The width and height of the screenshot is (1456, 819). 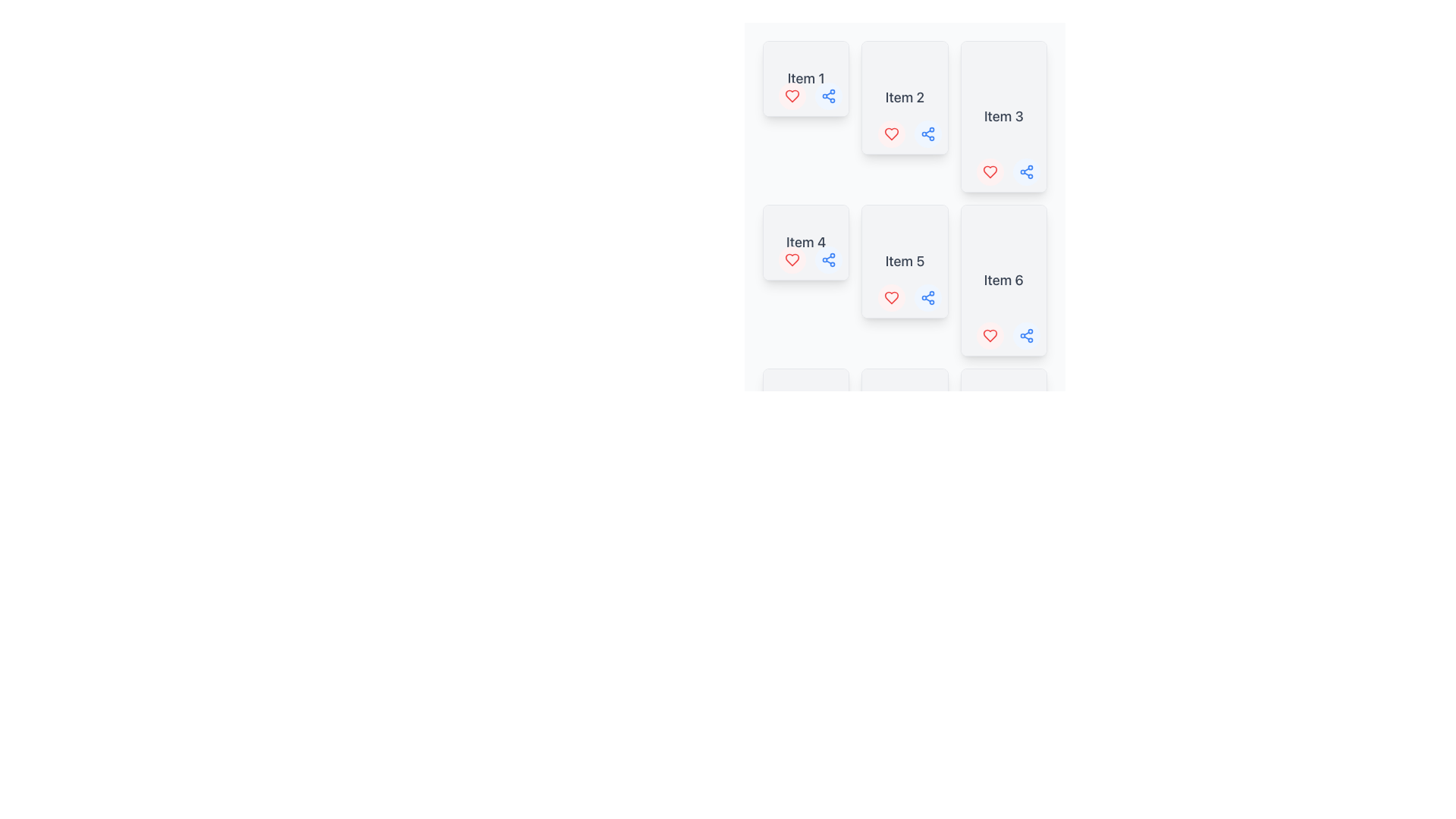 I want to click on the small circular button with a red heart icon located at the bottom-right corner of 'Item 2', so click(x=891, y=133).